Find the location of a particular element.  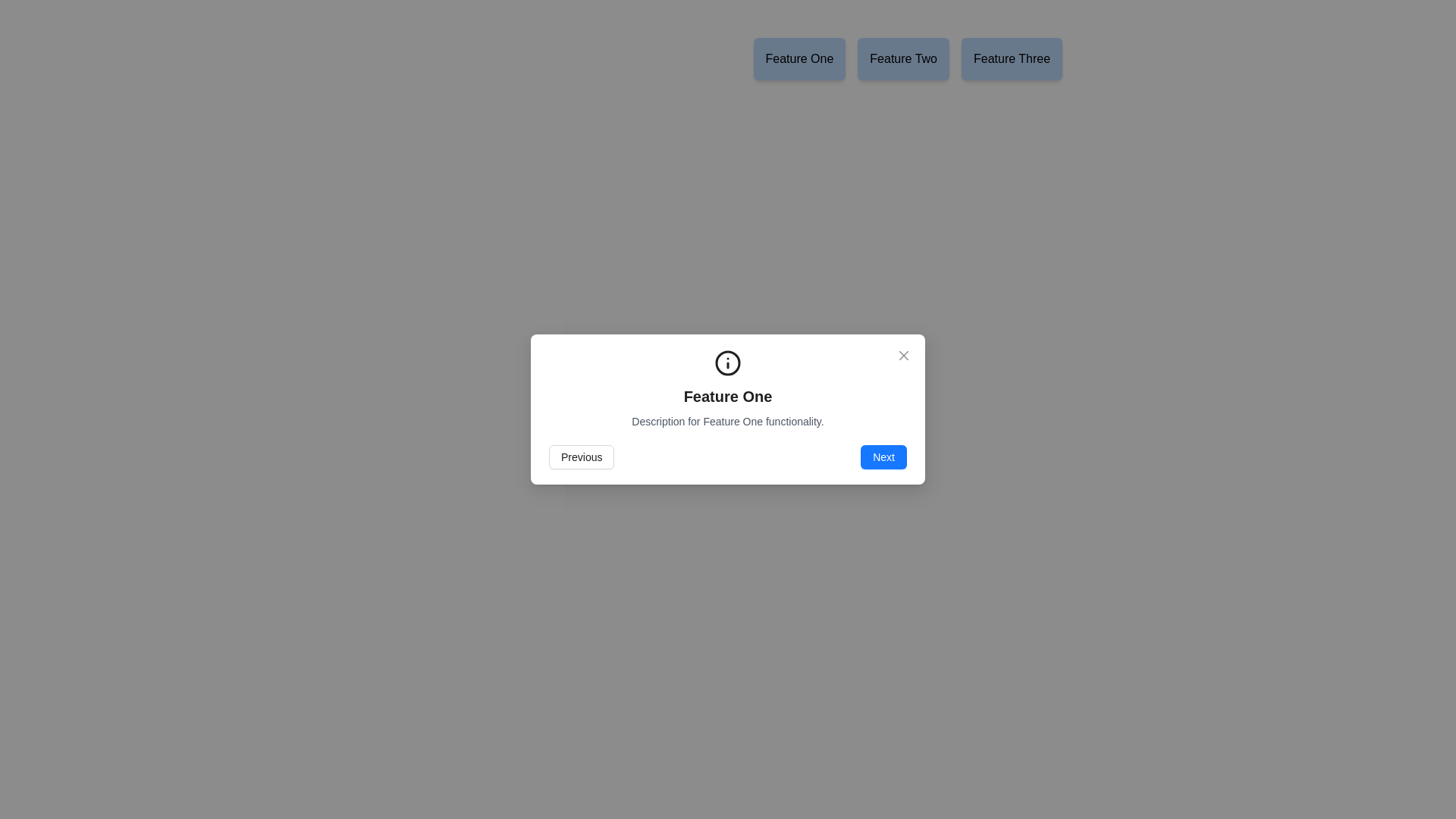

the 'Feature One' button, which is the first in a group of three horizontally aligned buttons located in the top-central area of the interface is located at coordinates (799, 58).